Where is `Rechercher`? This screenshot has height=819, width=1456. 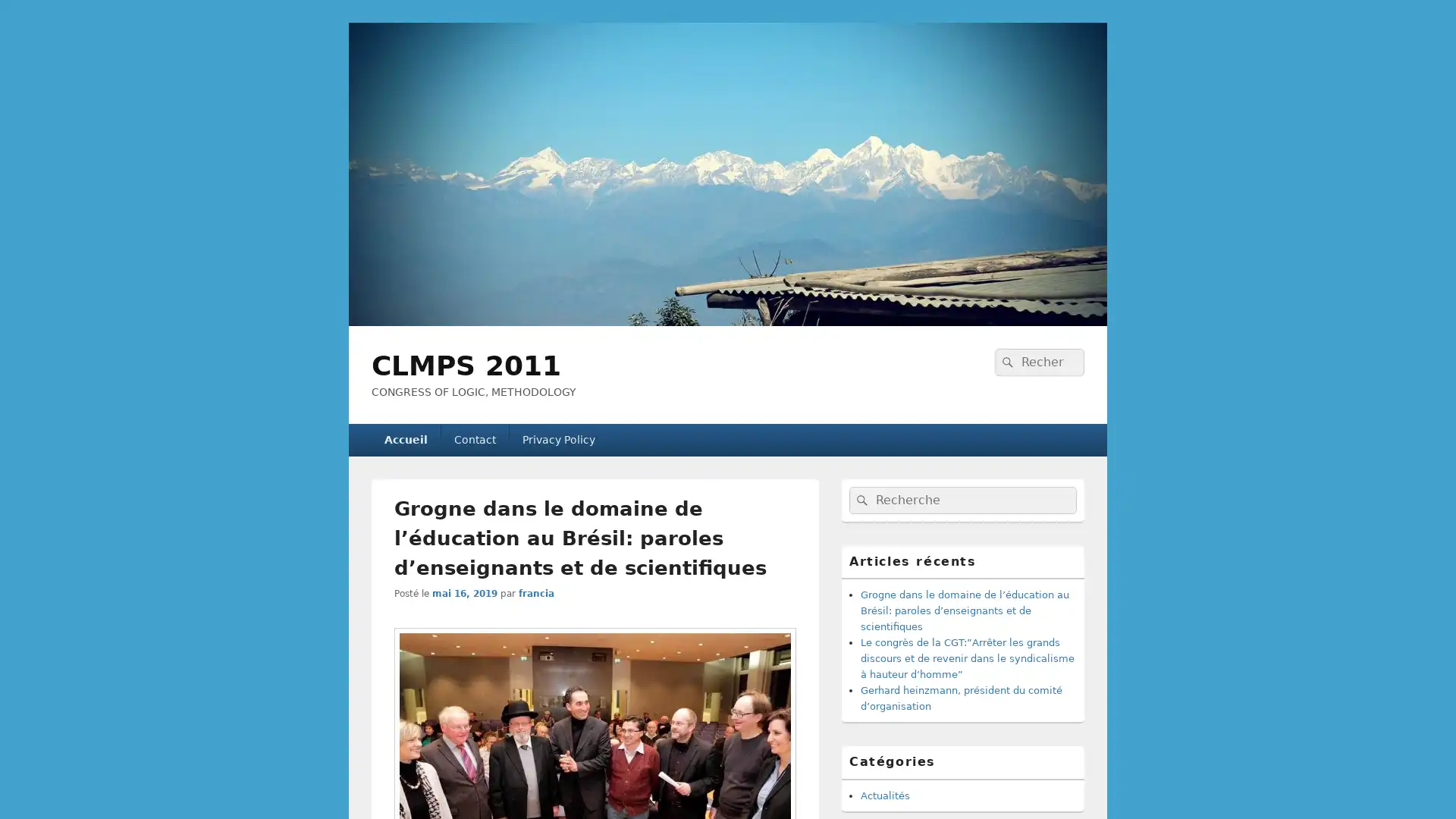
Rechercher is located at coordinates (860, 500).